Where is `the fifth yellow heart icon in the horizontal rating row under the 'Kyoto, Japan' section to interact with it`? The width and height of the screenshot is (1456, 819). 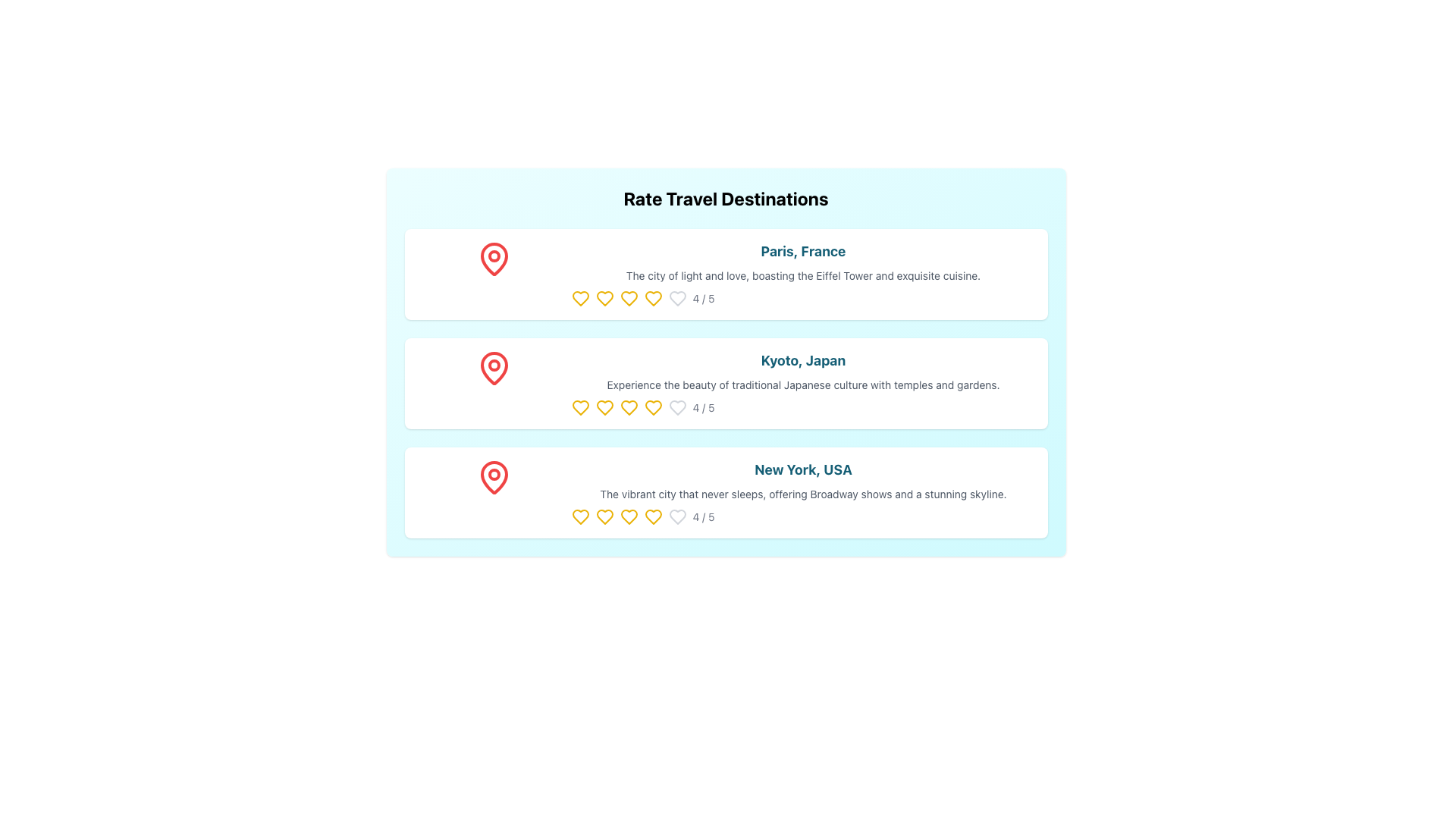 the fifth yellow heart icon in the horizontal rating row under the 'Kyoto, Japan' section to interact with it is located at coordinates (629, 406).